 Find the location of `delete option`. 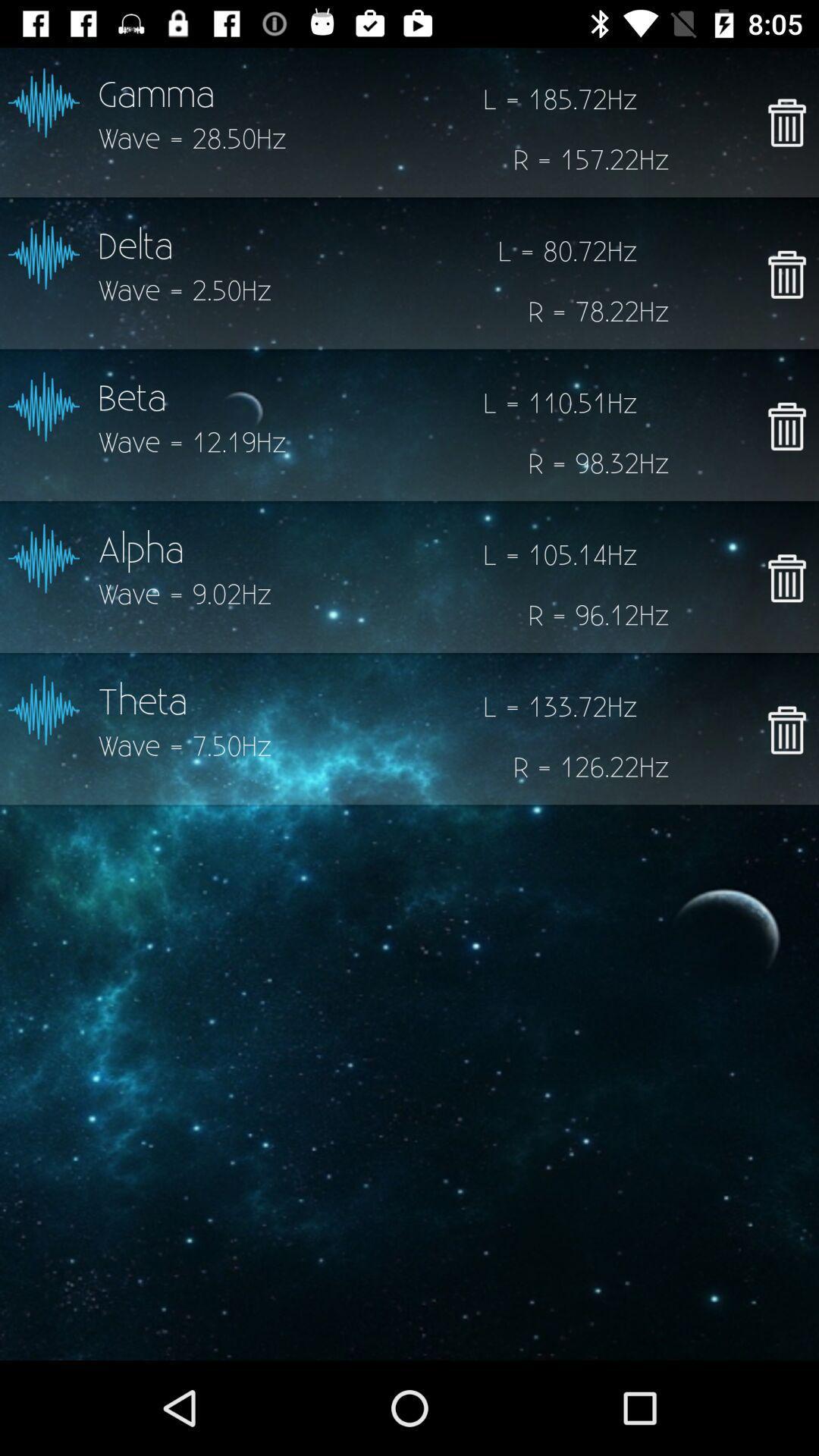

delete option is located at coordinates (786, 274).